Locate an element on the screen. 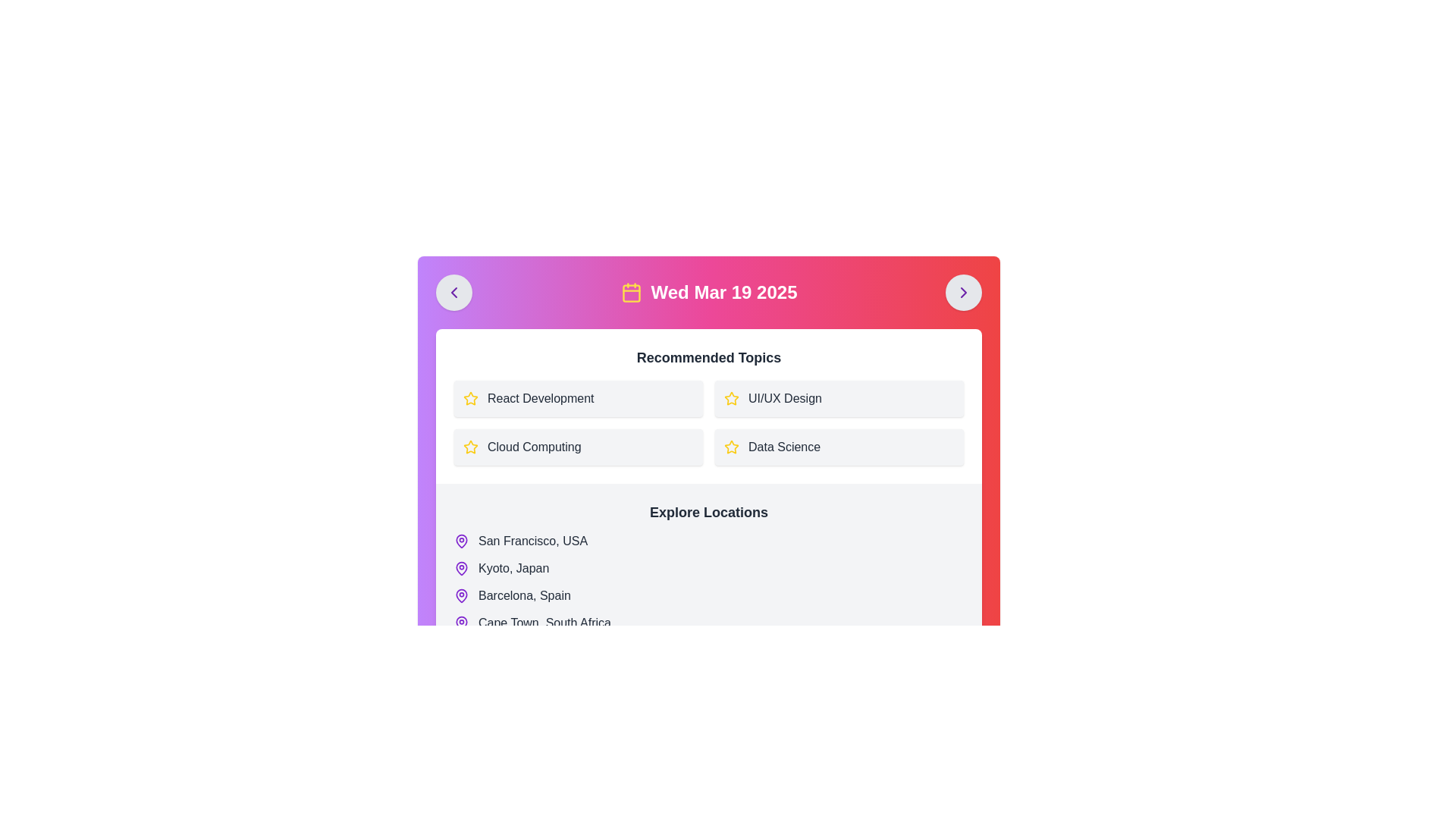  text of the 'UI/UX Design' label, which is a gray text label located in the second box of the 'Recommended Topics' grid, adjacent to a yellow star icon is located at coordinates (785, 397).